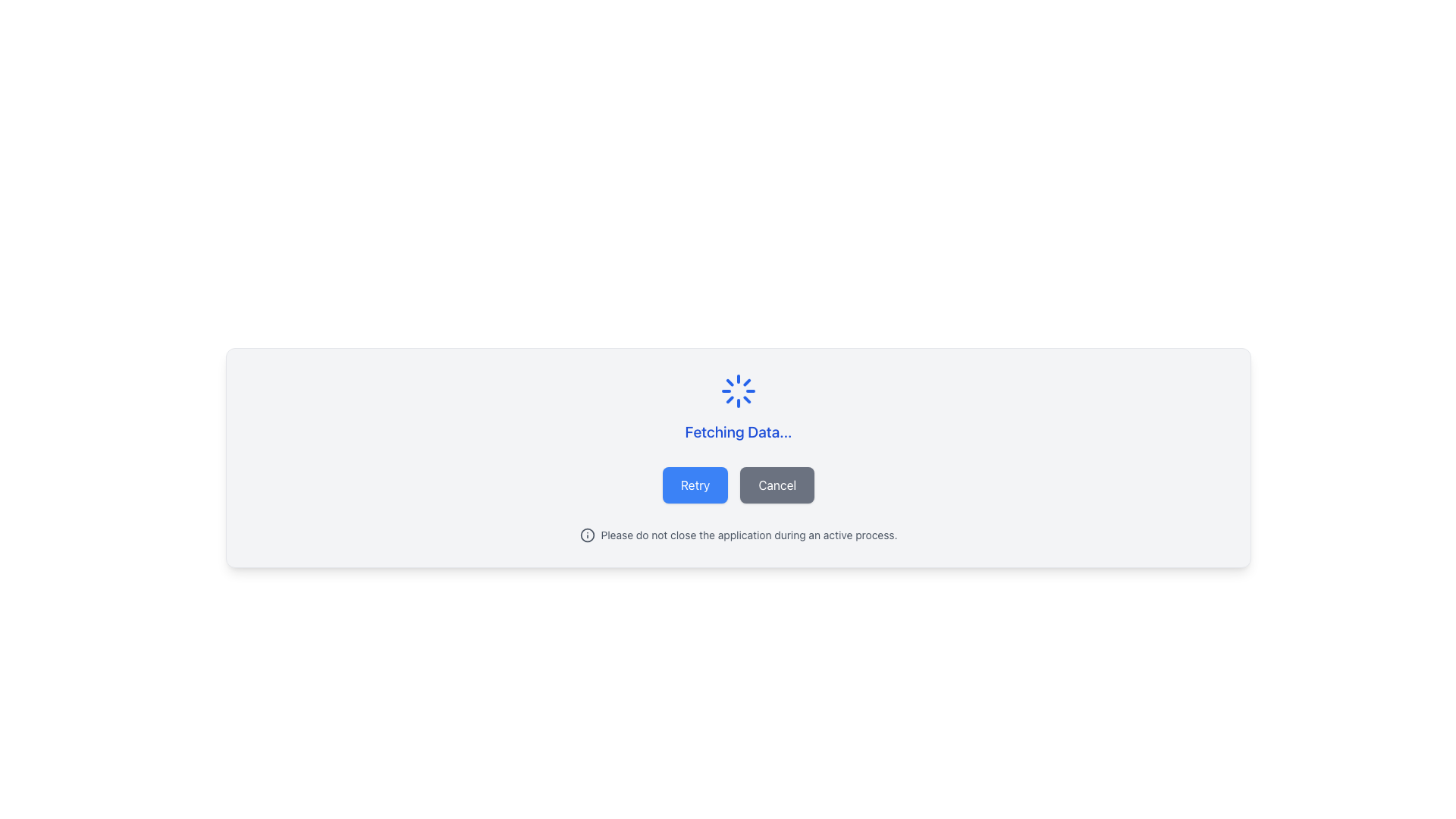 The image size is (1456, 819). I want to click on the blue rectangular button with rounded corners labeled 'Retry' to observe its hover effects, so click(694, 485).